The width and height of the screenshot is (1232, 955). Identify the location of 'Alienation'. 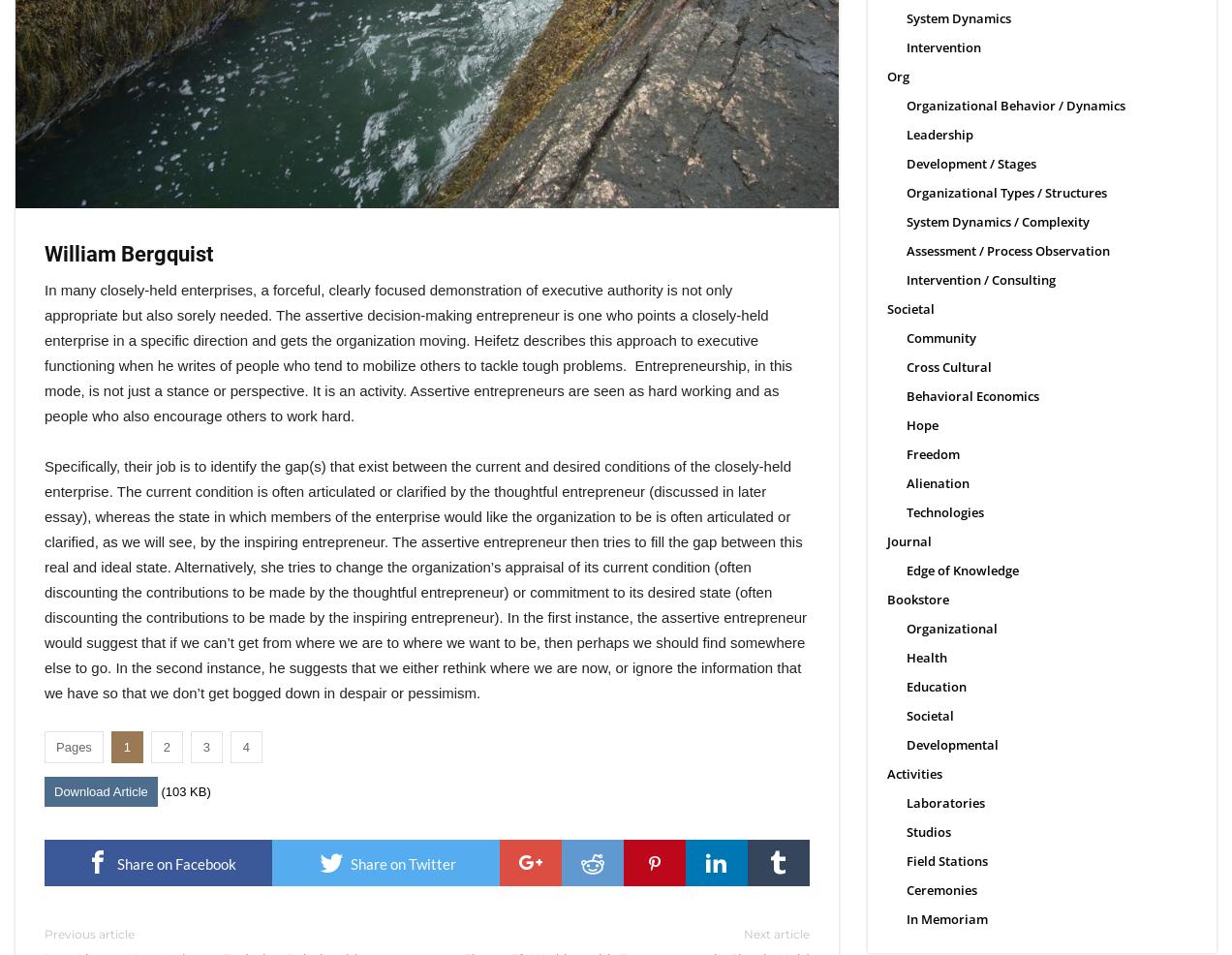
(937, 482).